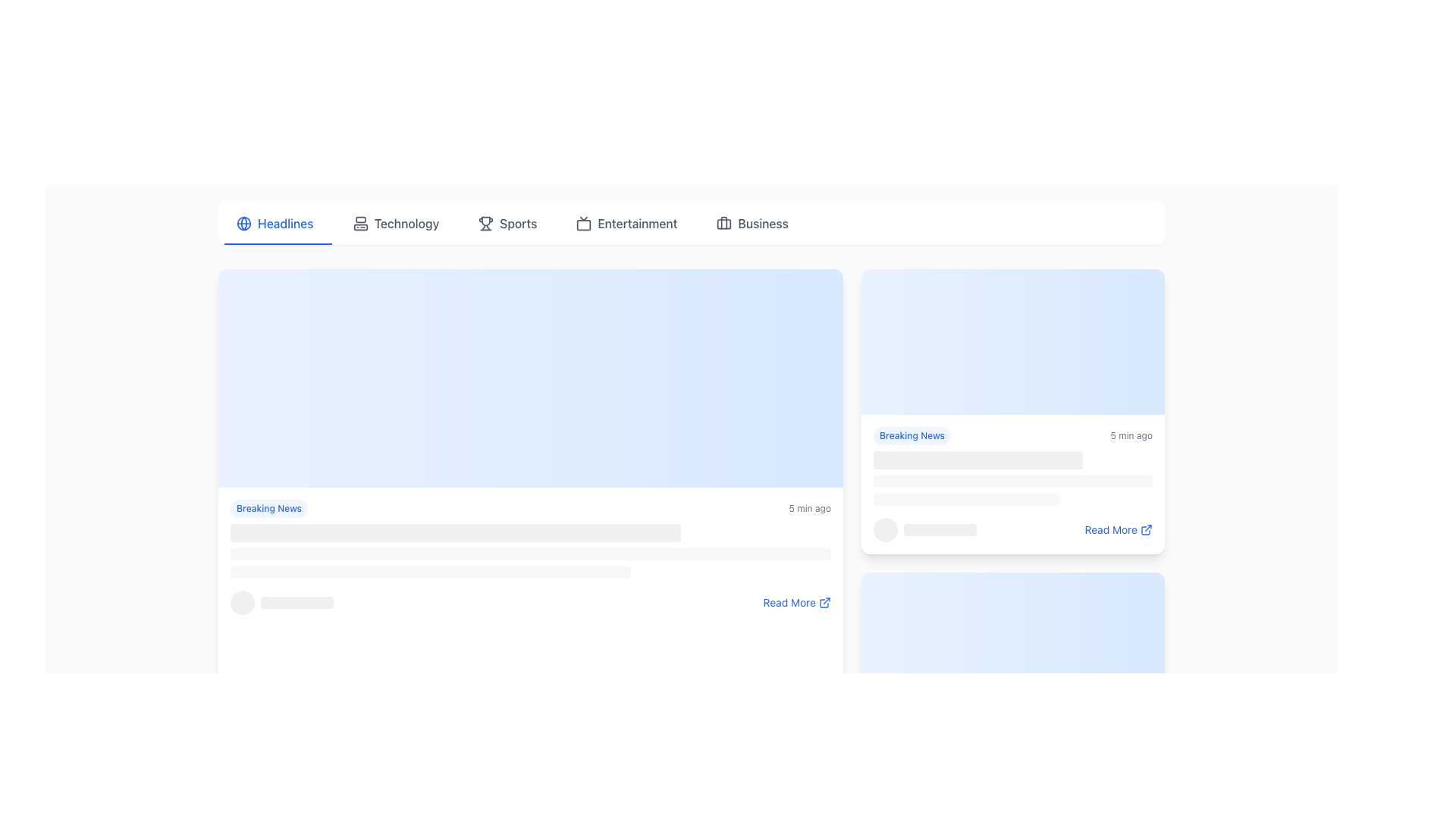 The image size is (1456, 819). What do you see at coordinates (763, 223) in the screenshot?
I see `the 'Business' text label in the navigation bar` at bounding box center [763, 223].